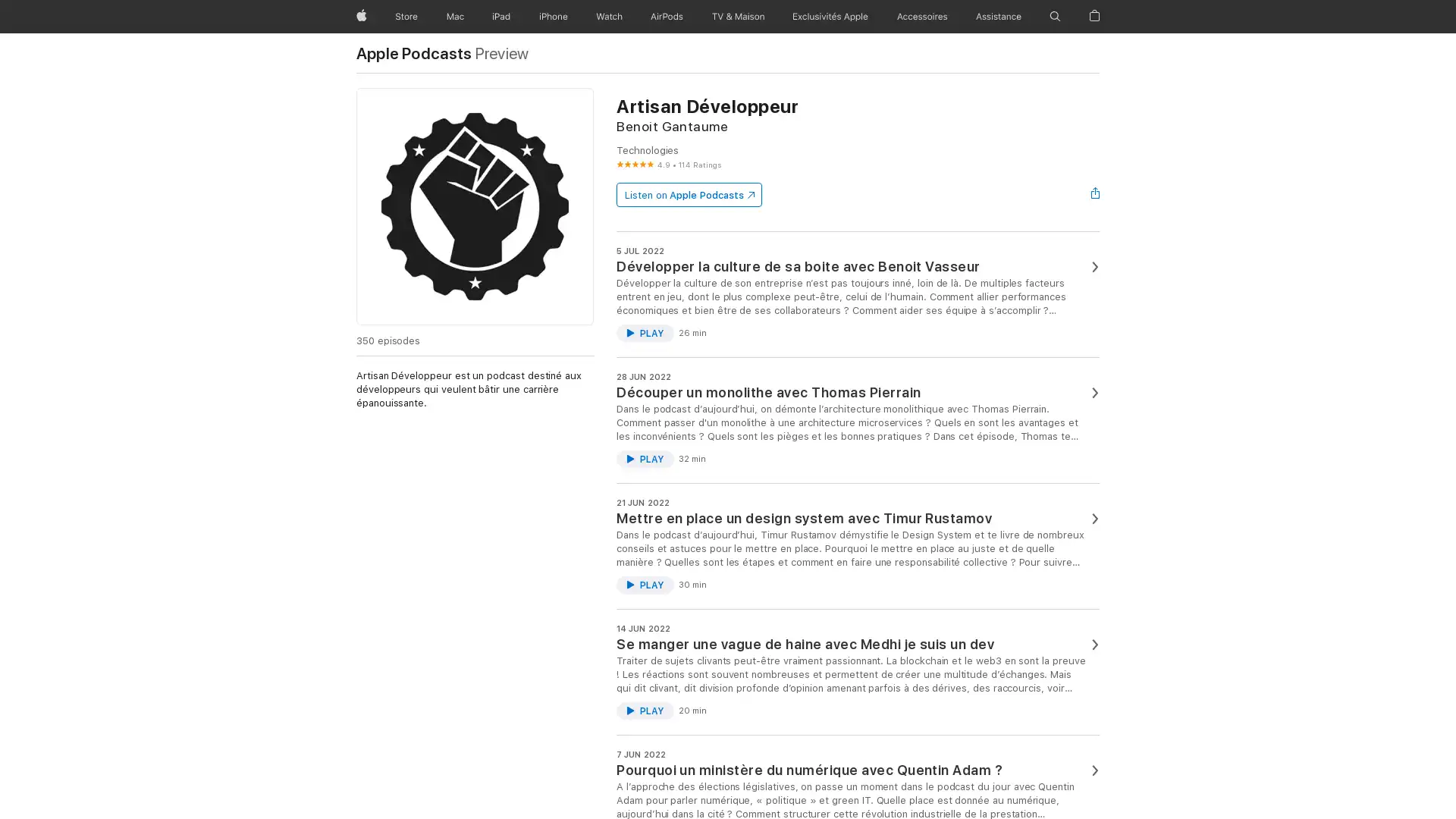 The width and height of the screenshot is (1456, 819). Describe the element at coordinates (645, 332) in the screenshot. I see `Play Developper la culture de sa boite avec Benoit Vasseur by @@podcastArtist@@` at that location.